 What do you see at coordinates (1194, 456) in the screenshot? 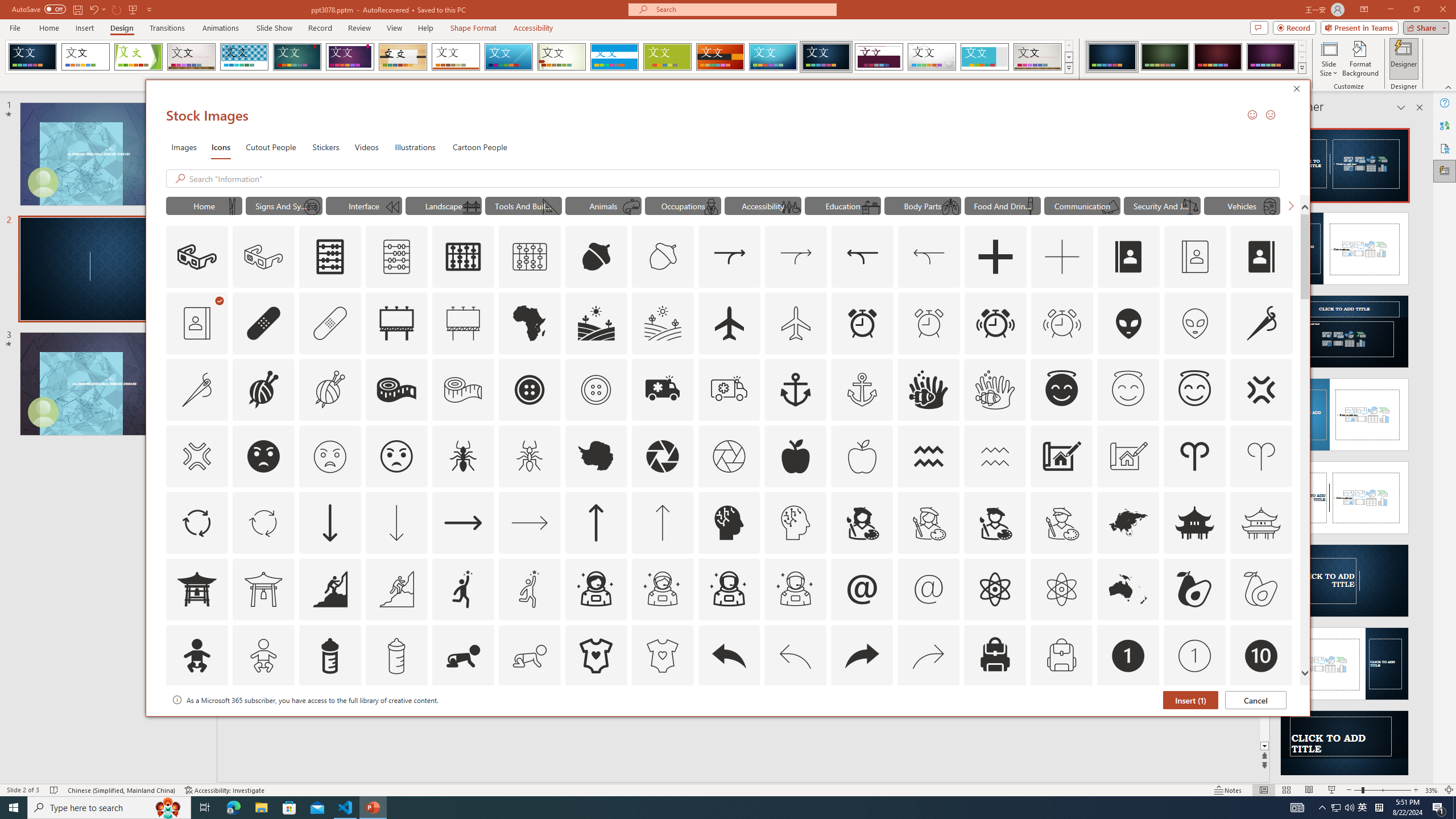
I see `'AutomationID: Icons_Aries'` at bounding box center [1194, 456].